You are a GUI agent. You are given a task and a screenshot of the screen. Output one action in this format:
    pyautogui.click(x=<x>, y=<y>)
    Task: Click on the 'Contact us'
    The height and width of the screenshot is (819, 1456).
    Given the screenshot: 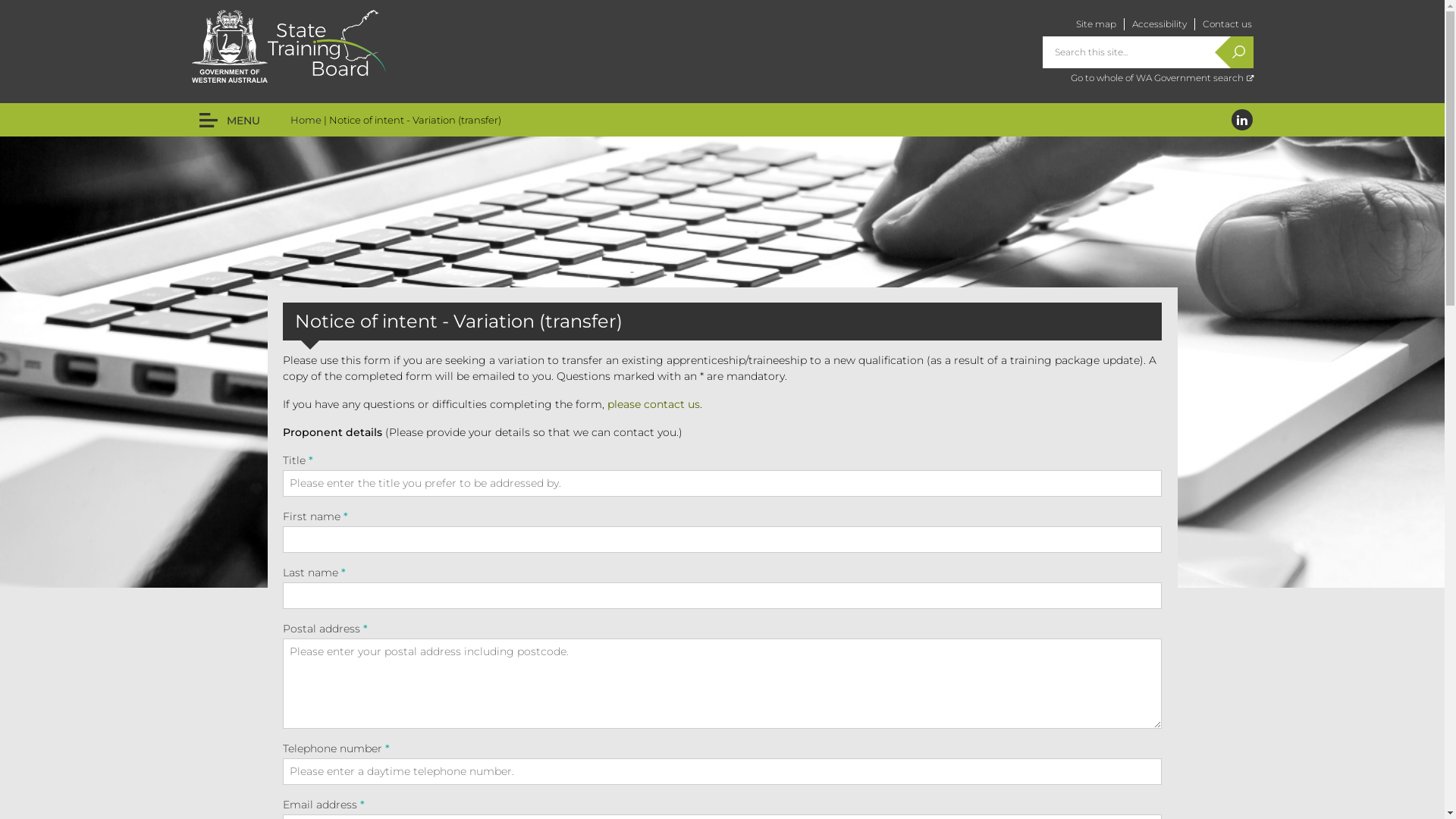 What is the action you would take?
    pyautogui.click(x=1227, y=24)
    